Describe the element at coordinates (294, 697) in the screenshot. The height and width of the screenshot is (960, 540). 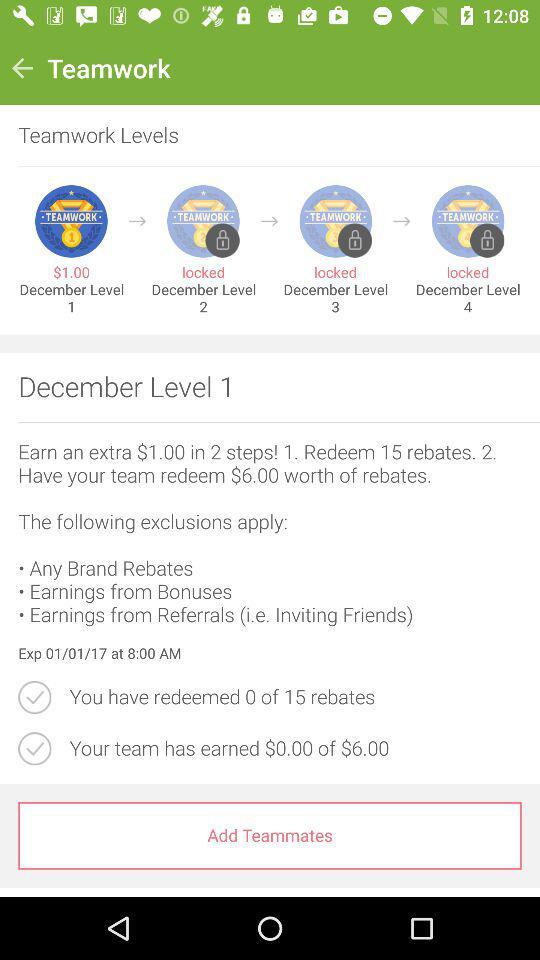
I see `you have redeemed item` at that location.